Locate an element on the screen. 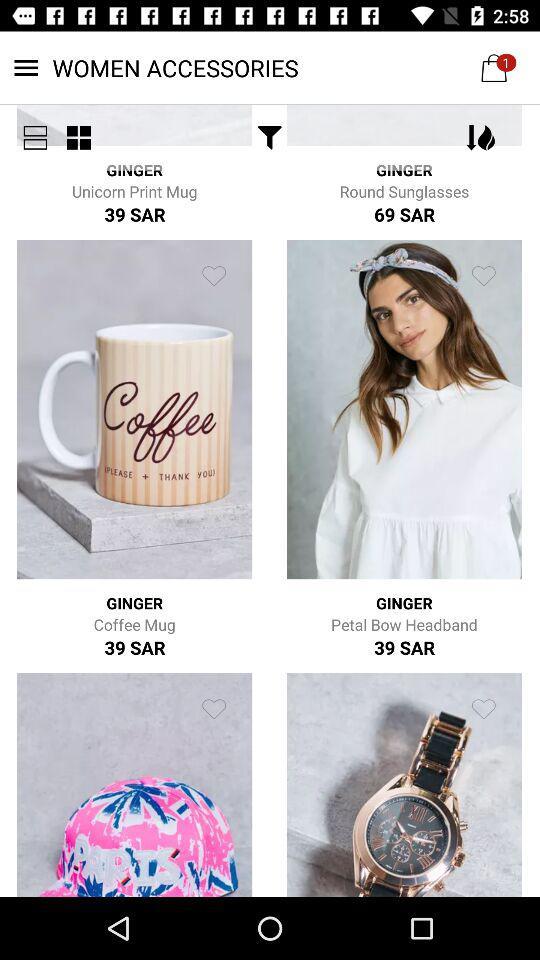 Image resolution: width=540 pixels, height=960 pixels. icon below the women accessories item is located at coordinates (35, 136).